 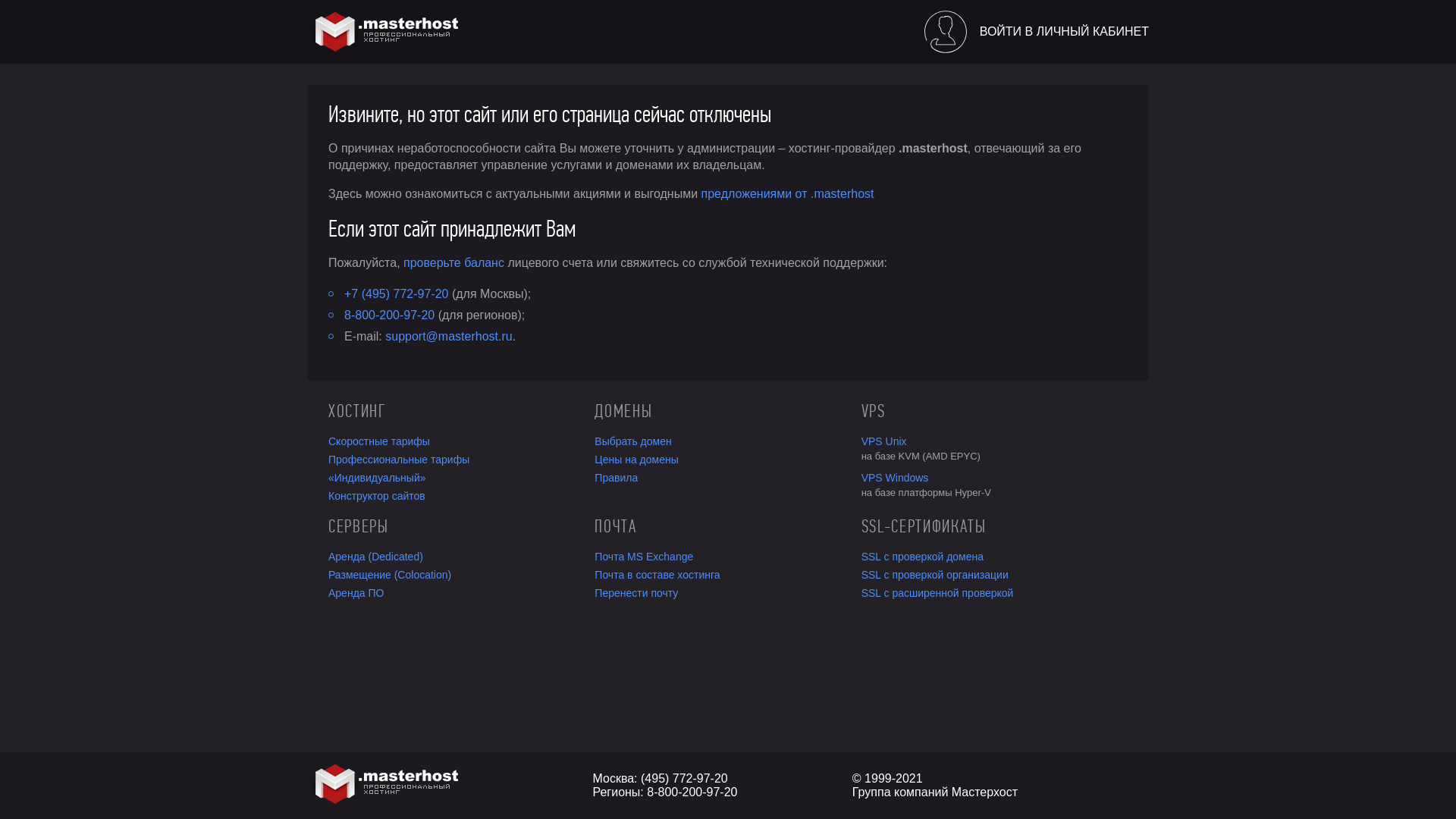 What do you see at coordinates (396, 293) in the screenshot?
I see `'+7 (495) 772-97-20'` at bounding box center [396, 293].